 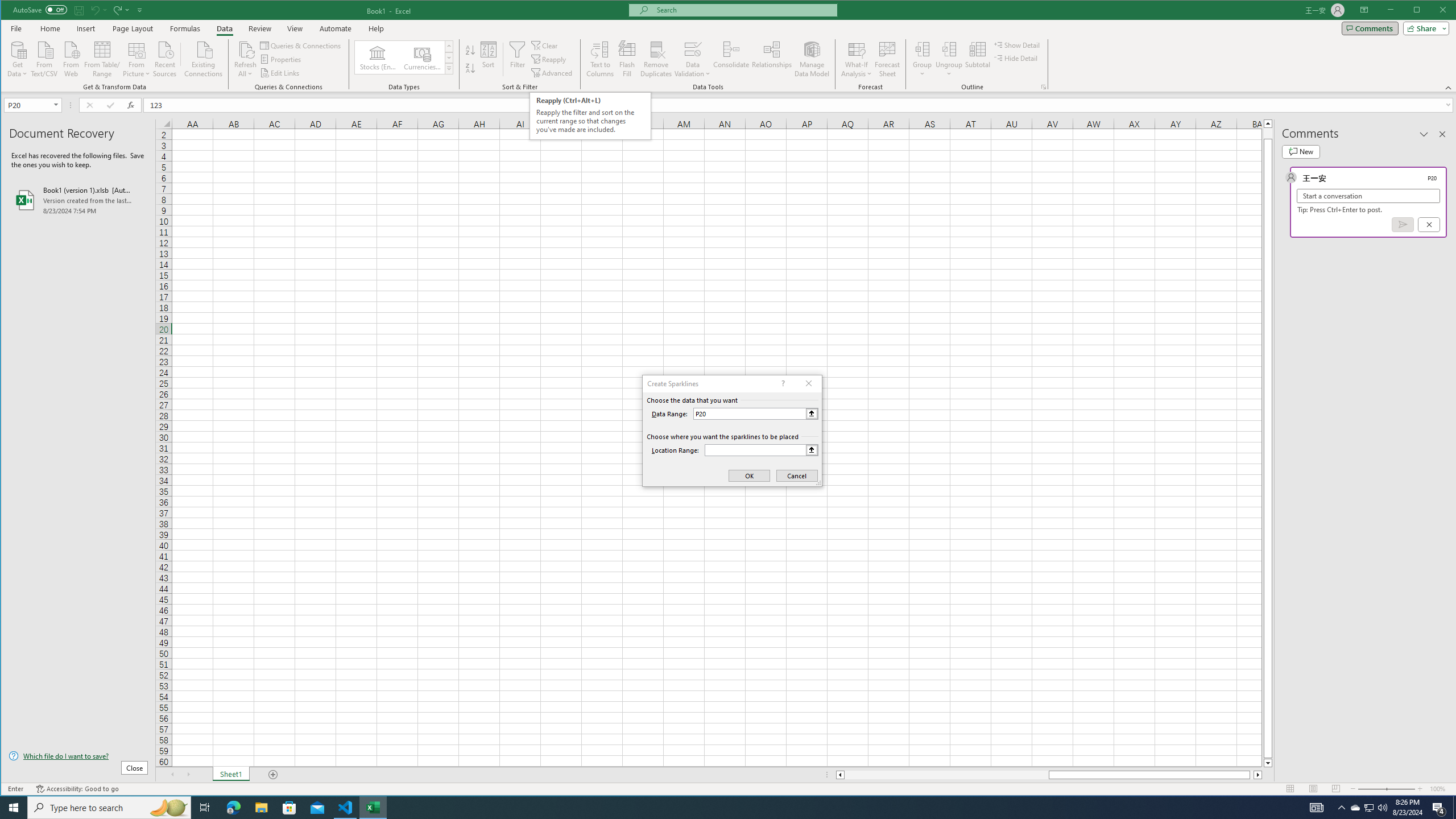 I want to click on 'Sort Largest to Smallest', so click(x=470, y=68).